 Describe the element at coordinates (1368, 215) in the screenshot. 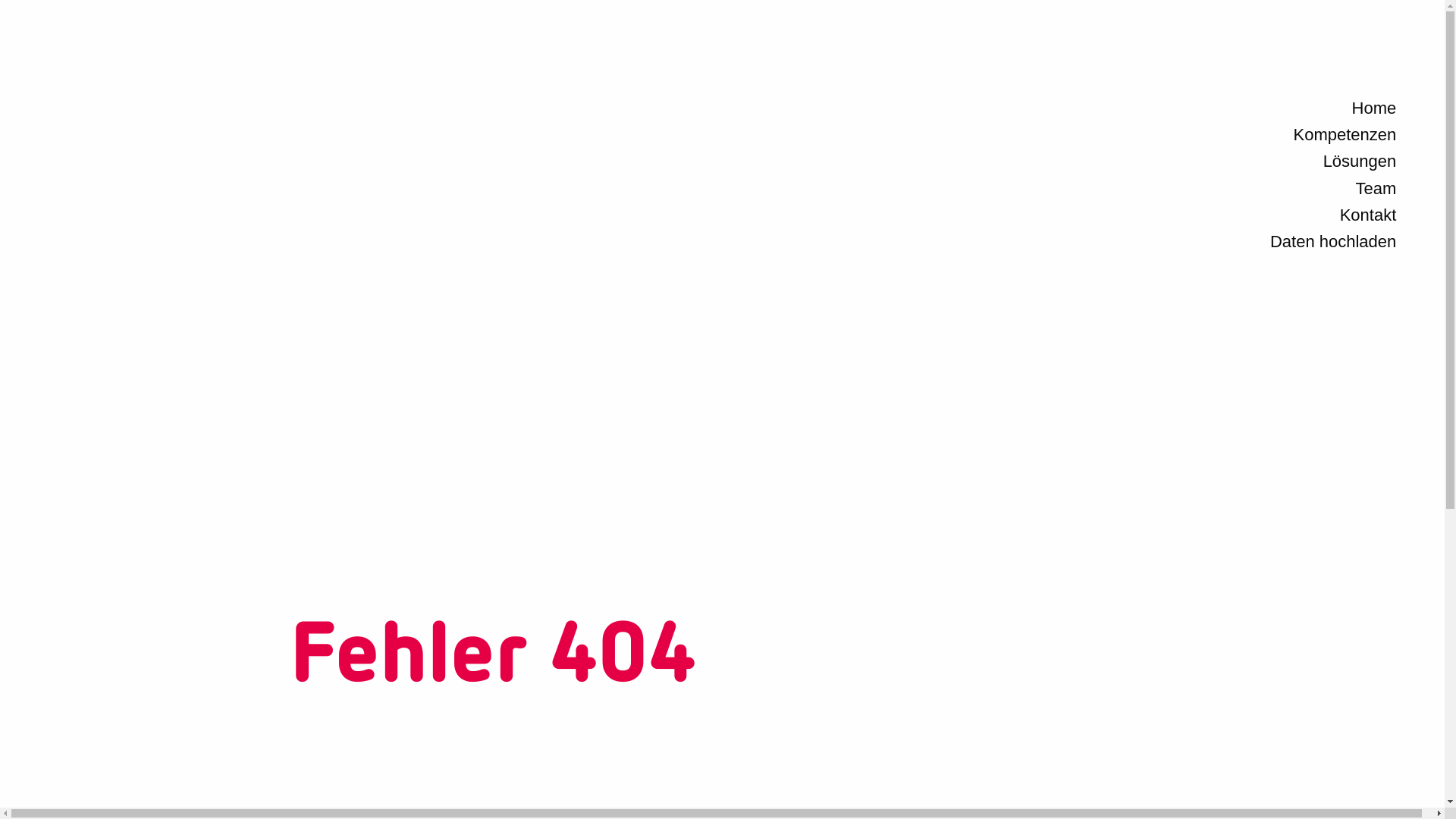

I see `'Kontakt'` at that location.